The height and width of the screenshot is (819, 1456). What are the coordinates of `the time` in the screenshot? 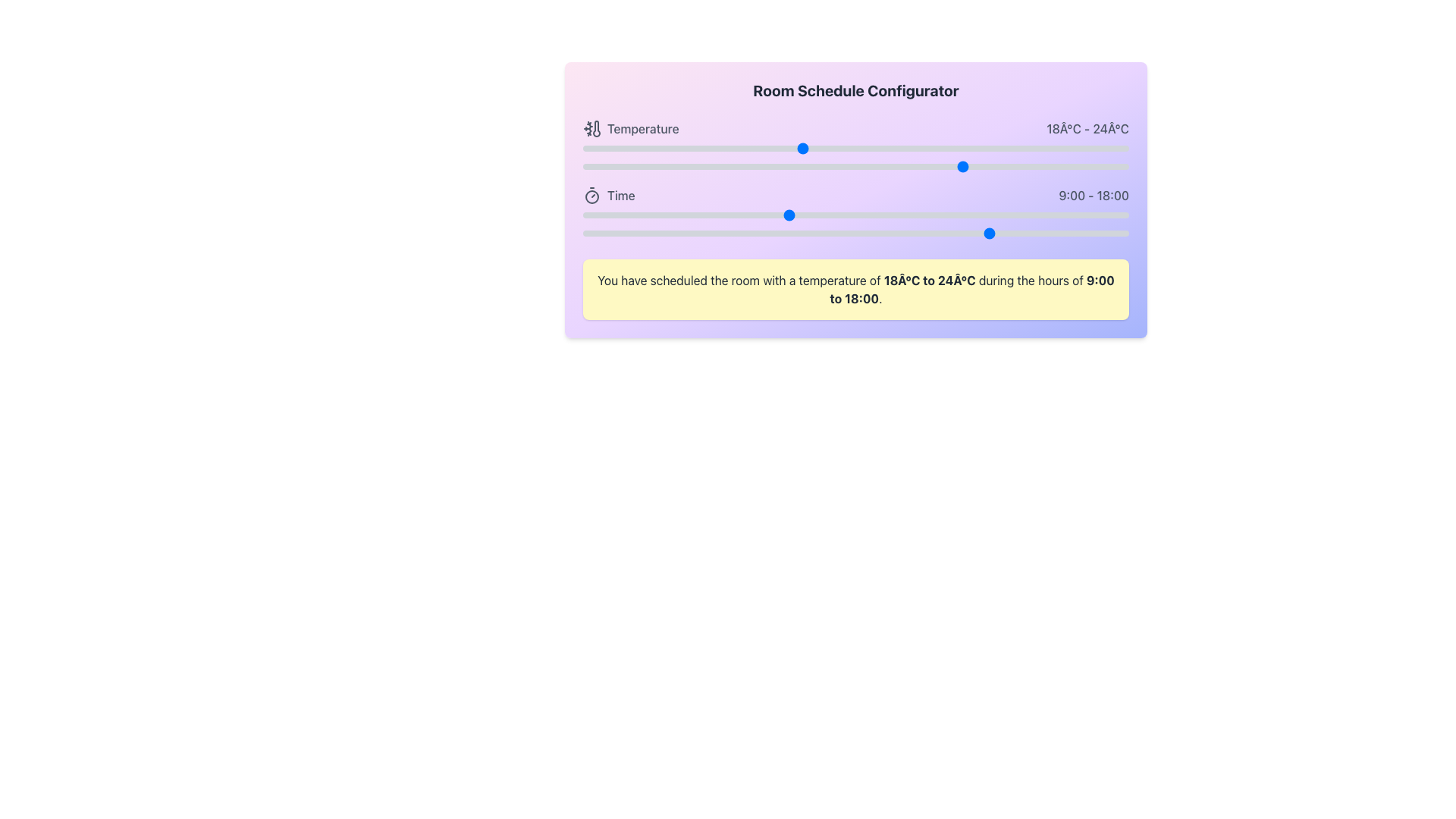 It's located at (1037, 234).